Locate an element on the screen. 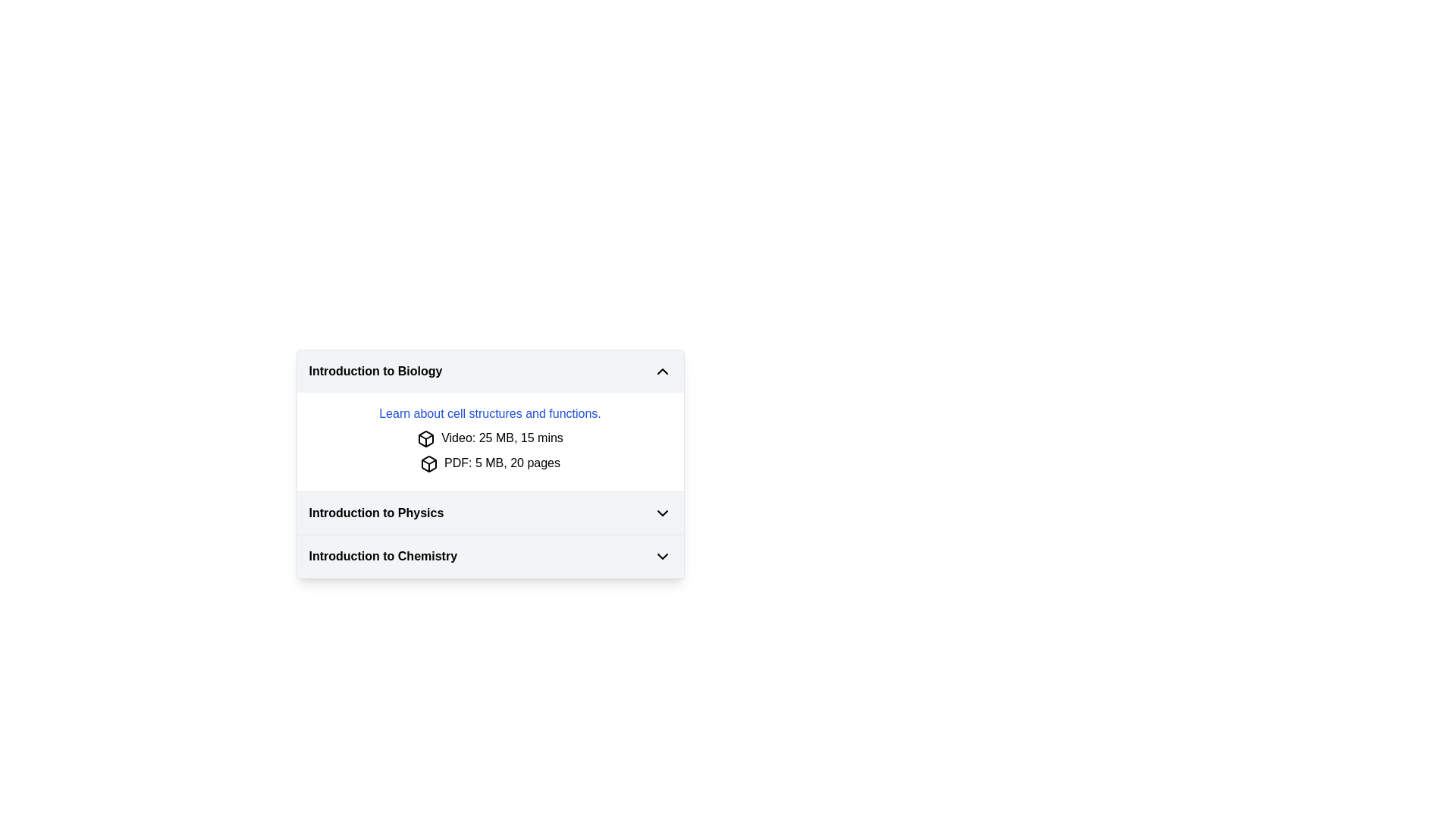  information displayed in the Text Display with Icon that provides details about the video resource under the 'Learn about cell structures and functions.' heading in the 'Introduction to Biology' section is located at coordinates (490, 438).